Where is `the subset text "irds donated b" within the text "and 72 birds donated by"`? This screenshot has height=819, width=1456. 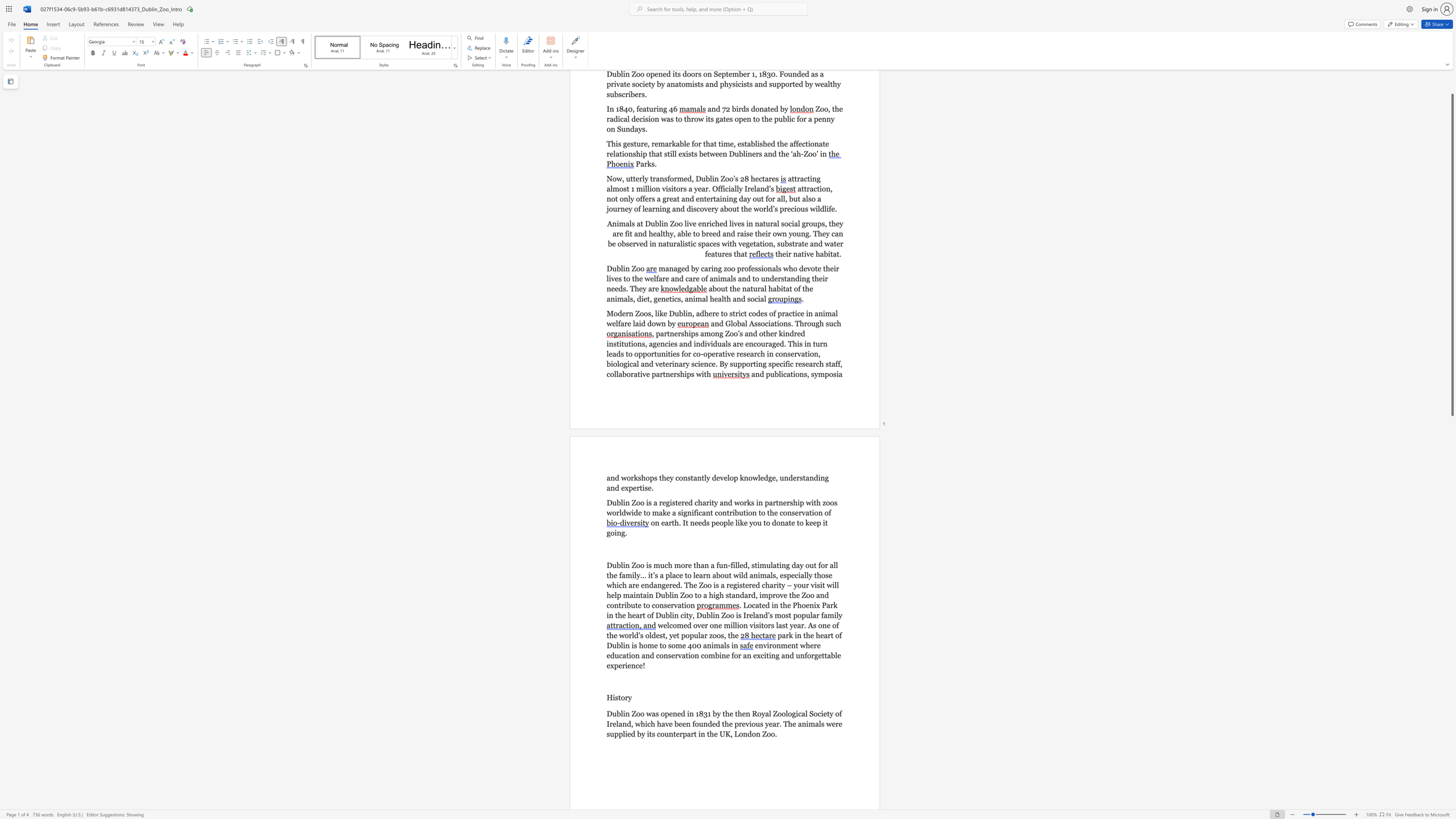
the subset text "irds donated b" within the text "and 72 birds donated by" is located at coordinates (735, 109).